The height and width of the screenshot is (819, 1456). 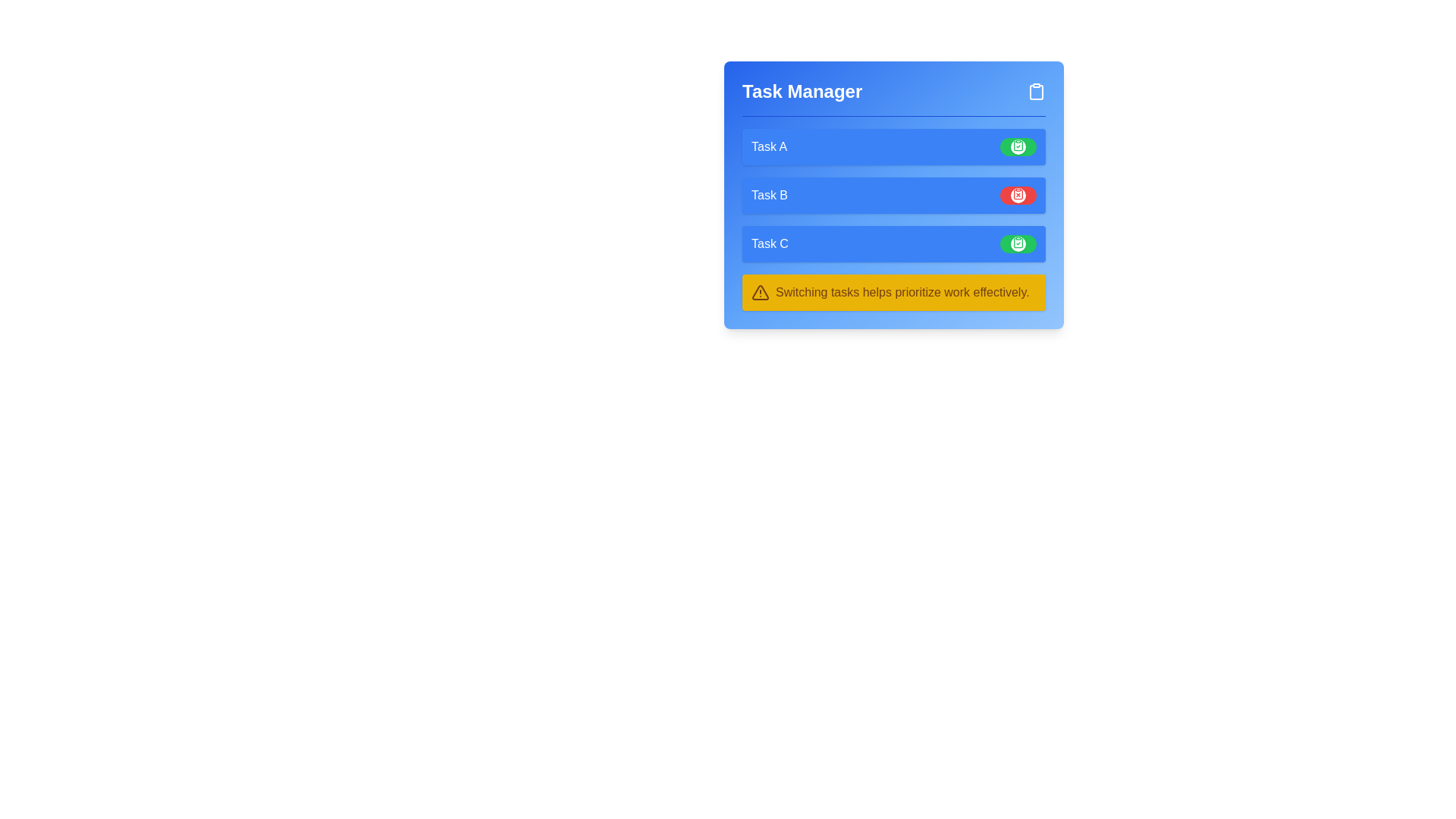 What do you see at coordinates (894, 292) in the screenshot?
I see `the Notification banner, which is a rectangular block with a bold yellow background, black text, and contains the message 'Switching tasks helps prioritize work effectively.' It is located below the task sections labeled 'Task A,' 'Task B,' and 'Task C.'` at bounding box center [894, 292].